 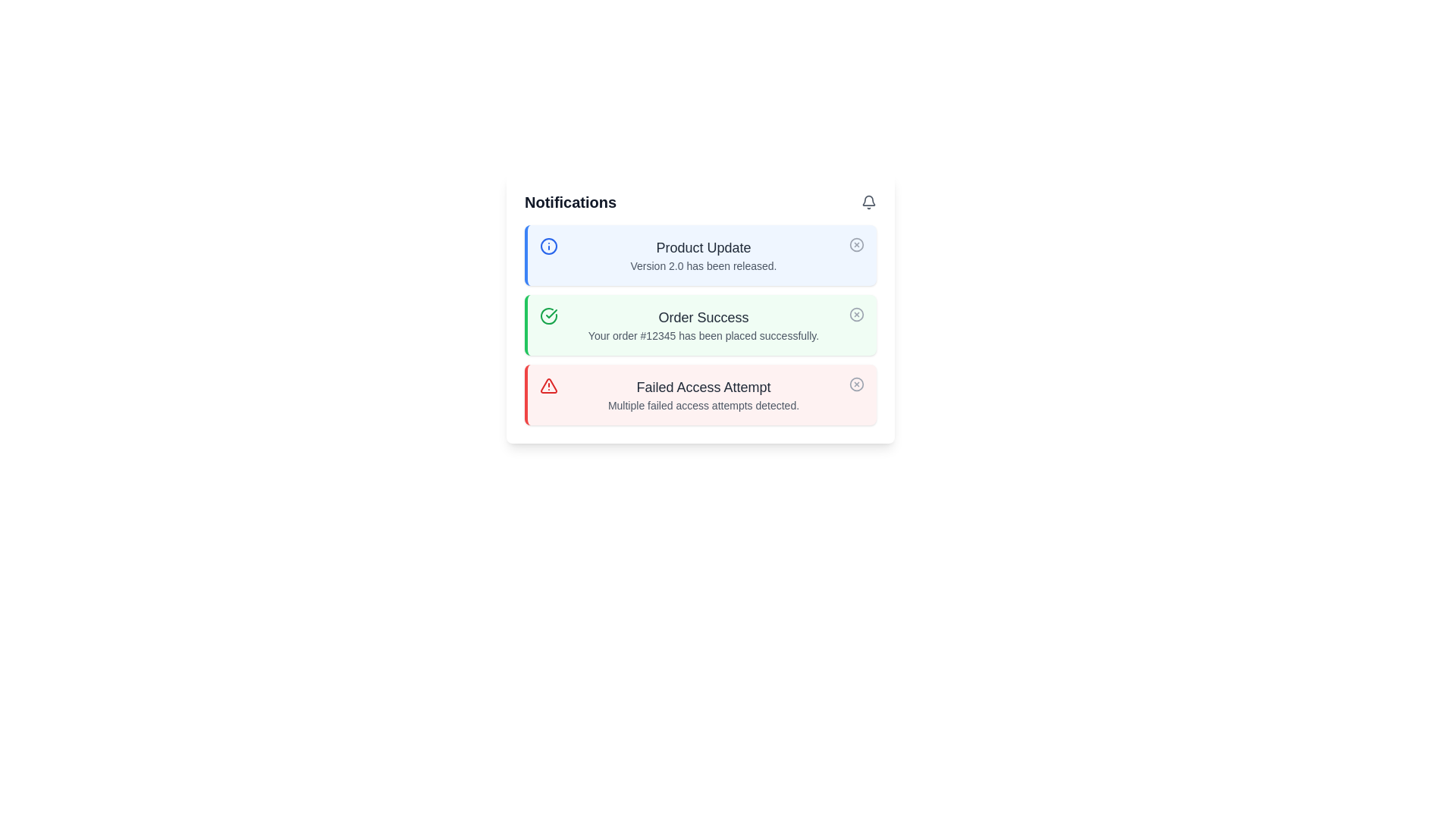 What do you see at coordinates (702, 394) in the screenshot?
I see `notification card titled 'Failed Access Attempt' which indicates multiple failed access attempts detected, positioned as the third card in the notification panel` at bounding box center [702, 394].